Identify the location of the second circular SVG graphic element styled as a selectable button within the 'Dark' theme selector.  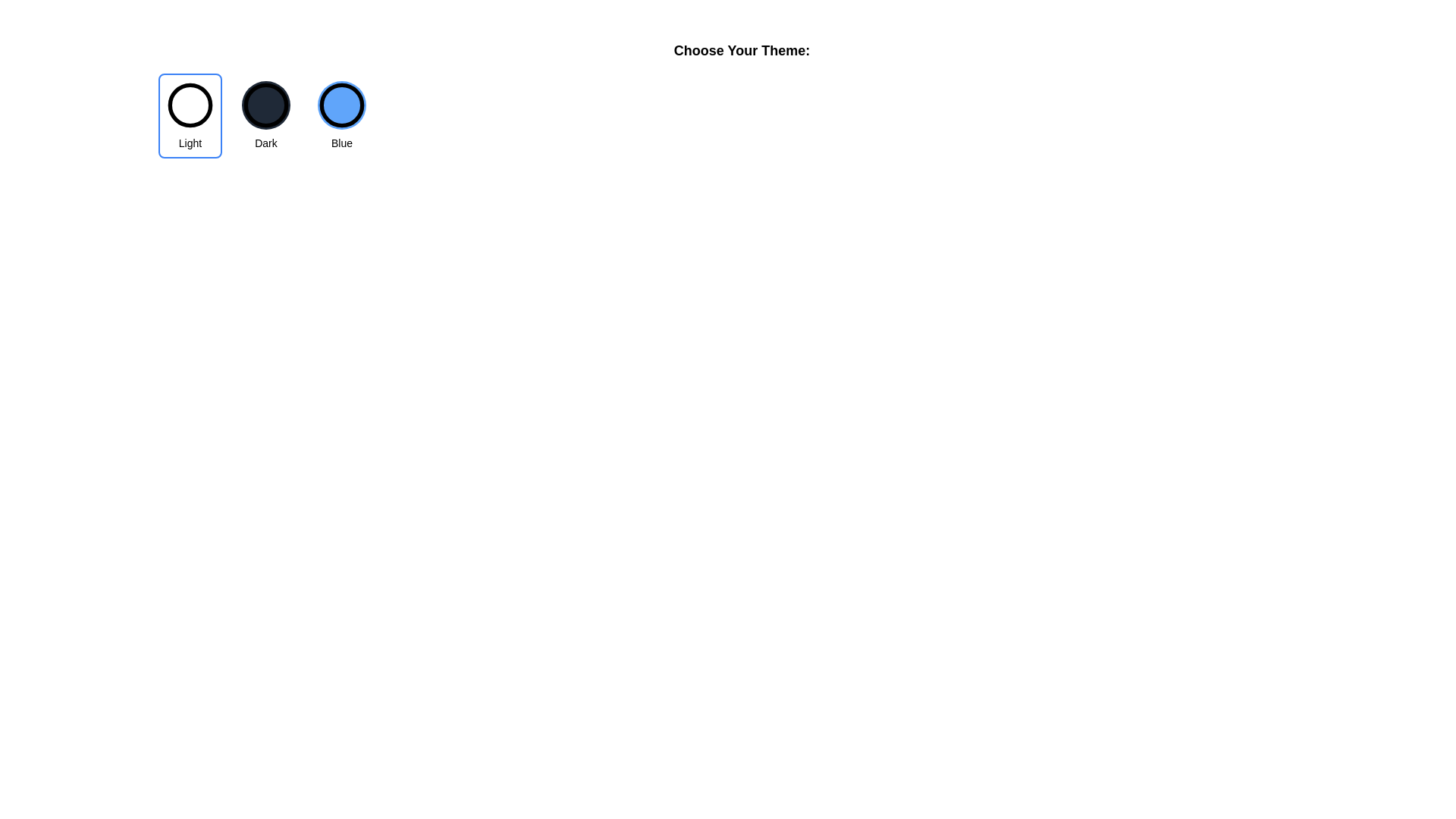
(265, 104).